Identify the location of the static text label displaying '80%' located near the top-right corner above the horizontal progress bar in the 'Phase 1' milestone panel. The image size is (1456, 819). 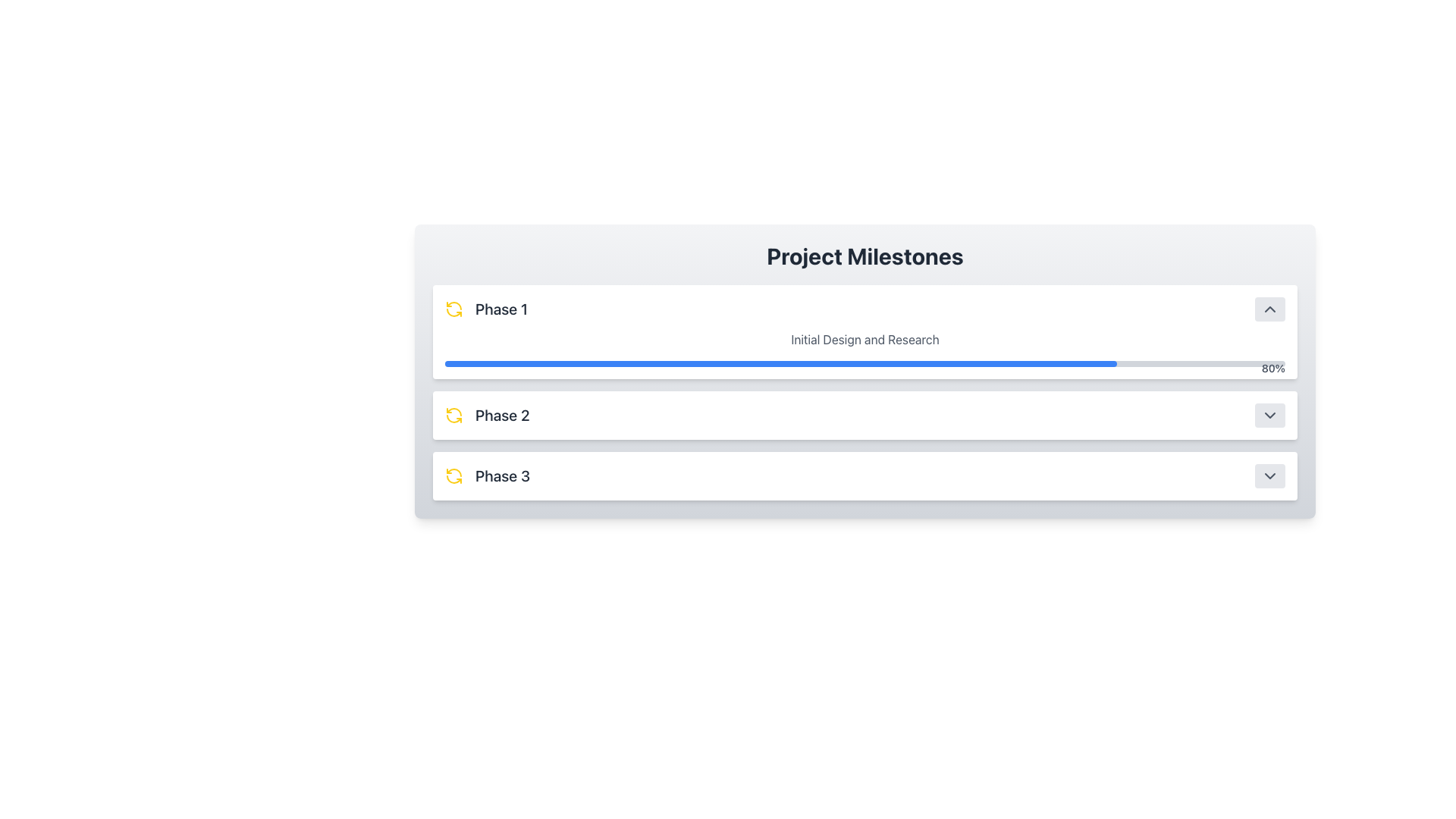
(1273, 369).